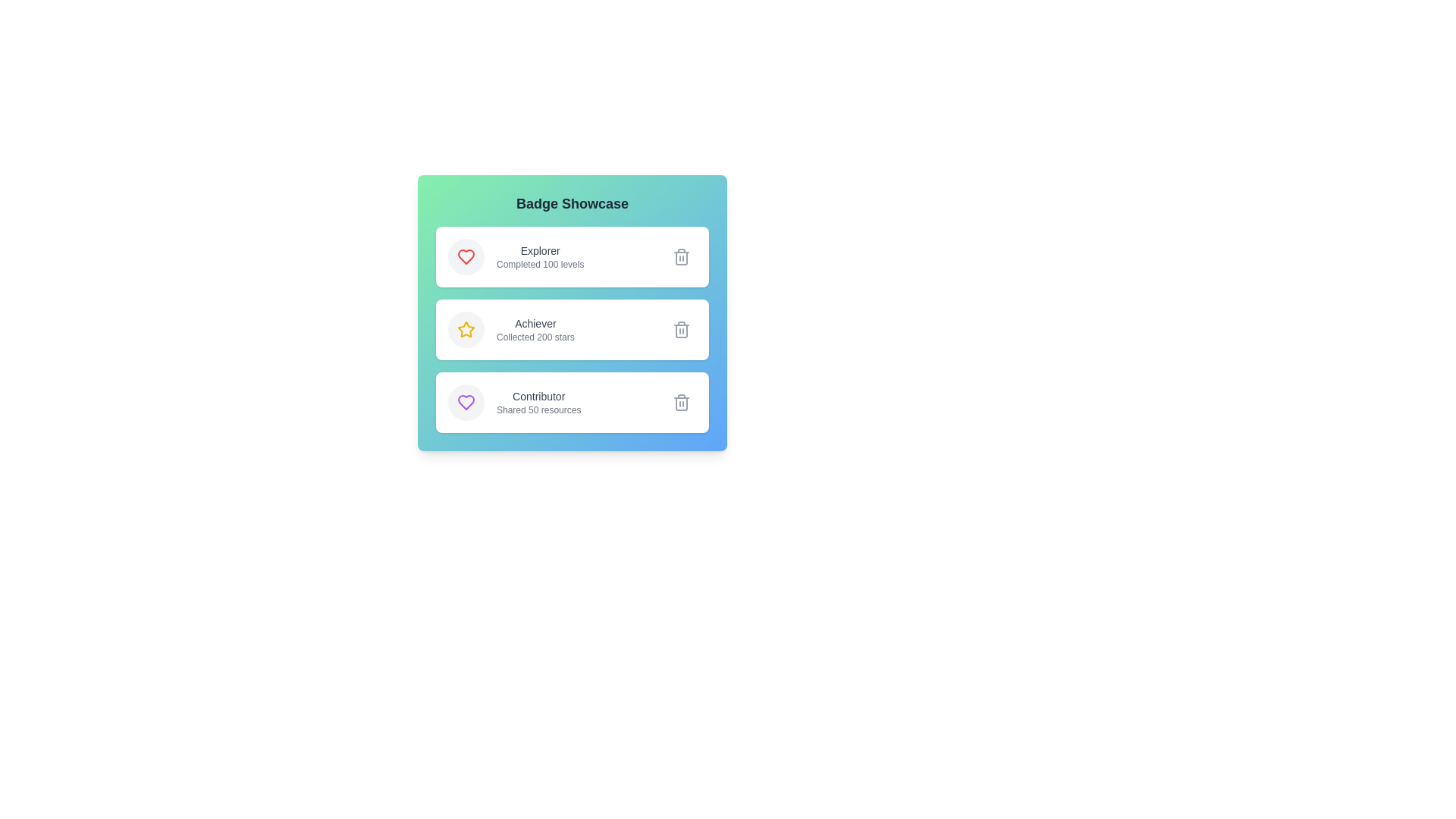 Image resolution: width=1456 pixels, height=819 pixels. What do you see at coordinates (571, 203) in the screenshot?
I see `the title of the badge list component to understand its purpose` at bounding box center [571, 203].